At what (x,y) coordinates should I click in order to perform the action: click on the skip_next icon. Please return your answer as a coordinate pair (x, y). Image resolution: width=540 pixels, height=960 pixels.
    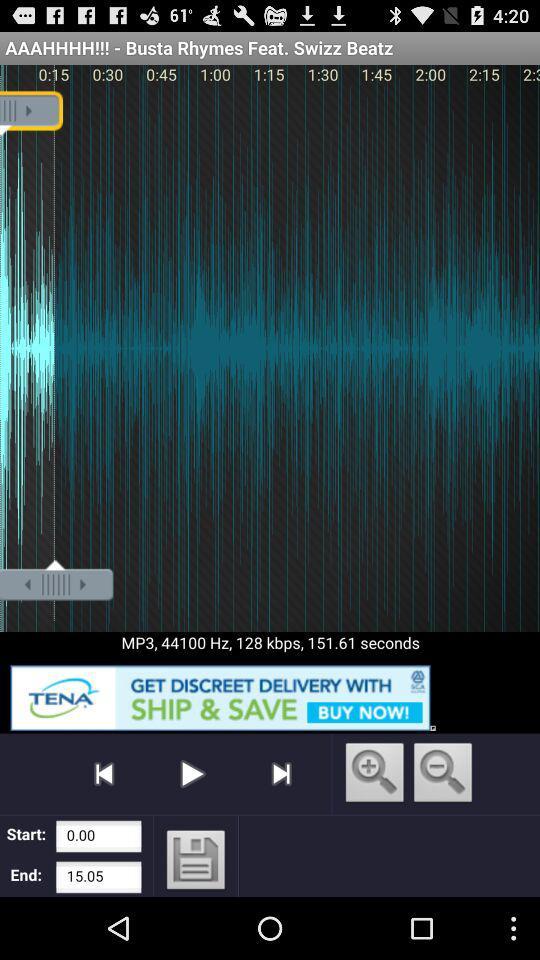
    Looking at the image, I should click on (280, 828).